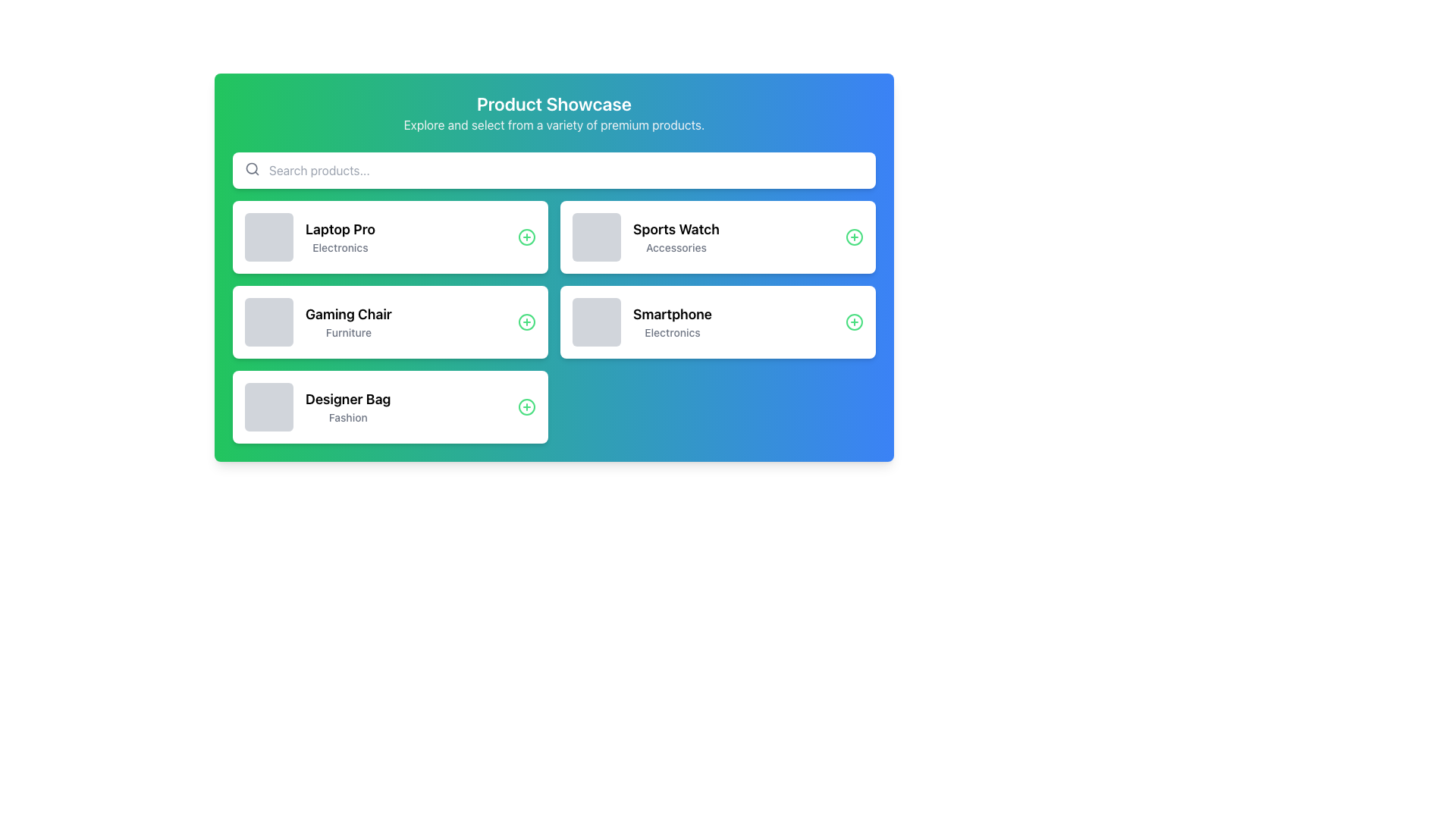 The width and height of the screenshot is (1456, 819). I want to click on information of the 'Gaming Chair' product description label located in the second row, first column of the grid layout, which is below the 'Laptop Pro' and above 'Designer Bag.', so click(317, 321).